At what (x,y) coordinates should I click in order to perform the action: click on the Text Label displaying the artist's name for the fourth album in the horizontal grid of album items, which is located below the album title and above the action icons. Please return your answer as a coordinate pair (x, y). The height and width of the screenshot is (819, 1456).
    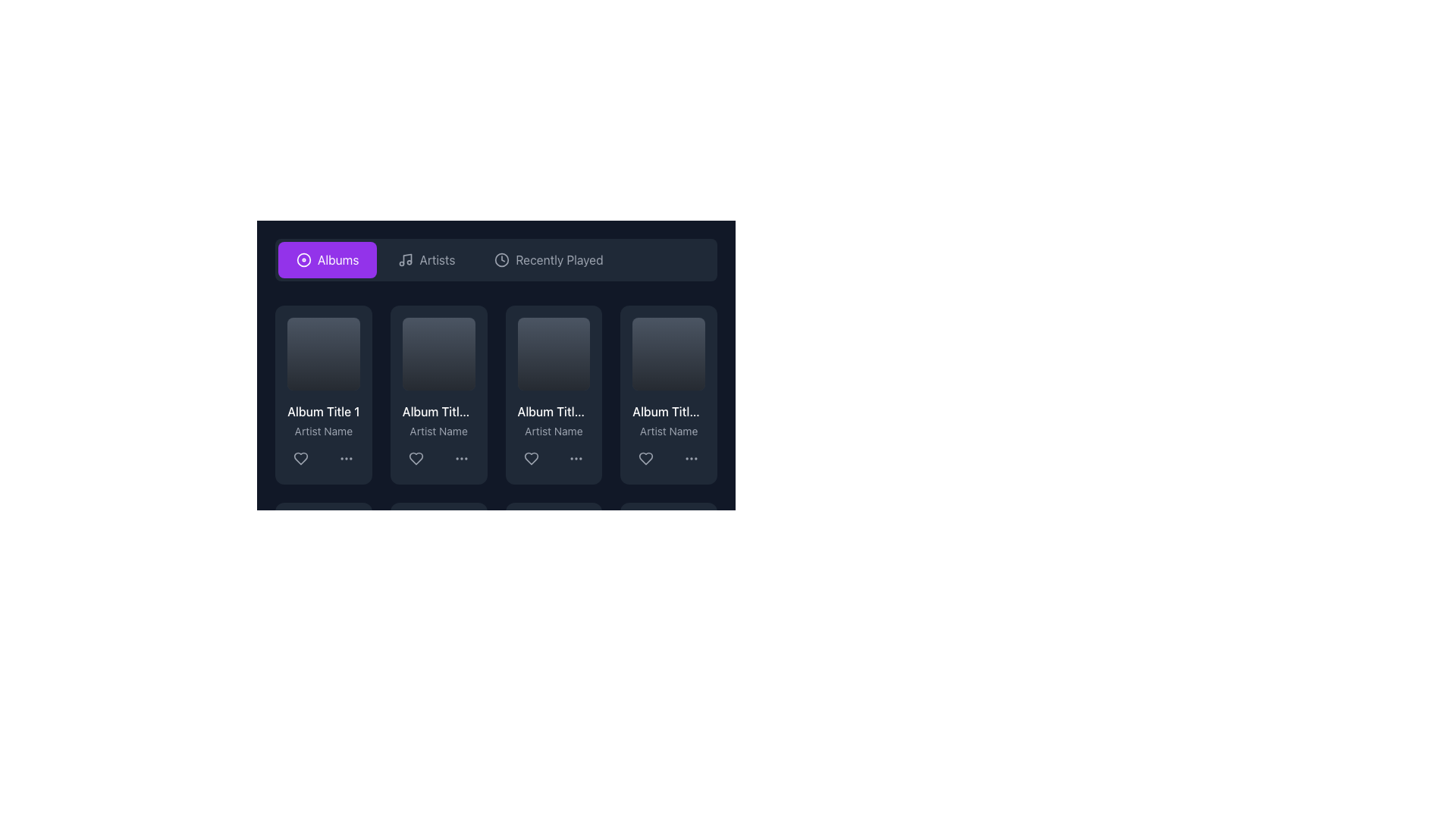
    Looking at the image, I should click on (668, 431).